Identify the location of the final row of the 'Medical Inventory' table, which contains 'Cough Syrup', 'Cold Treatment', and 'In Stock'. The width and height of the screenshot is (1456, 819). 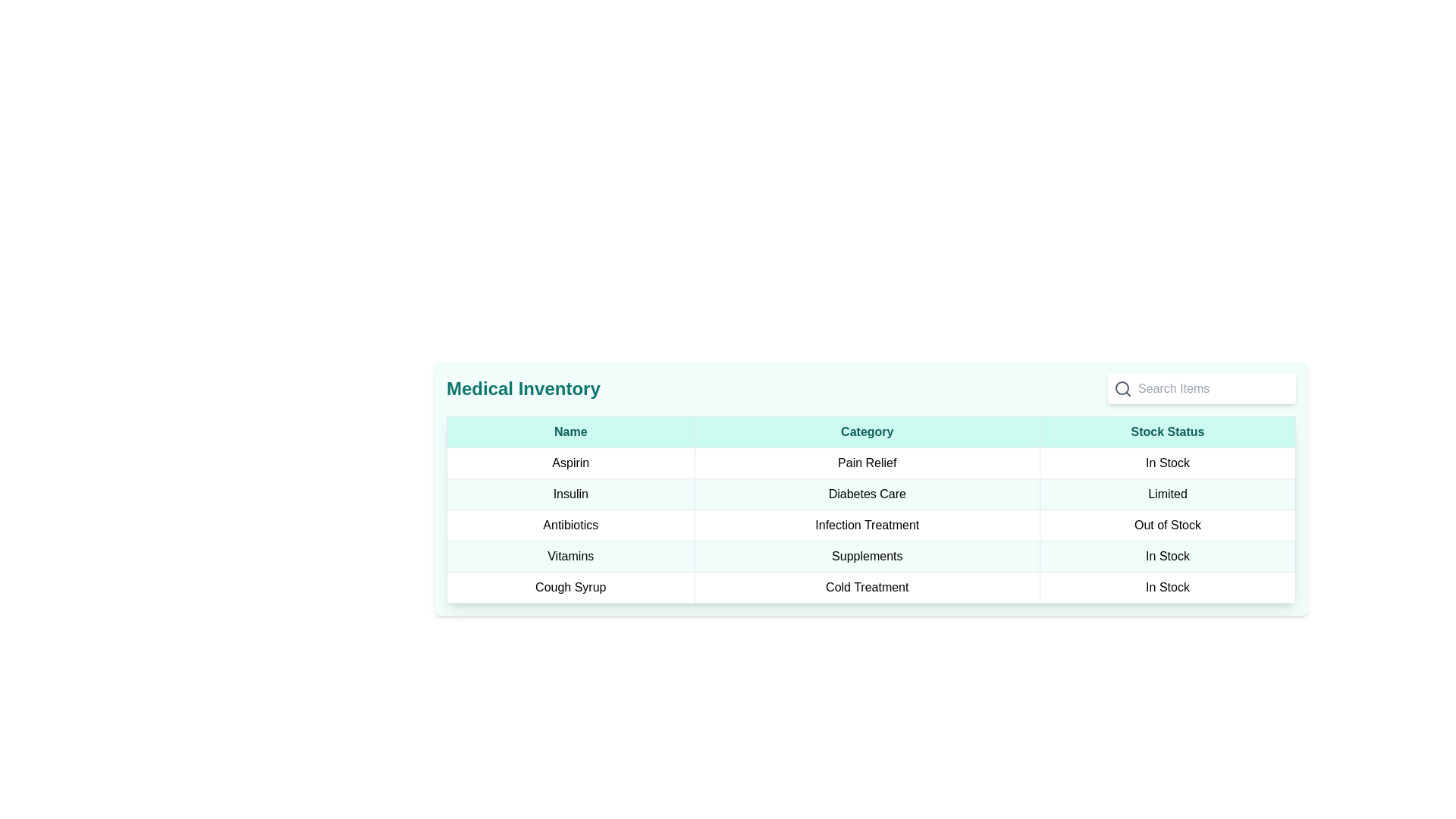
(871, 587).